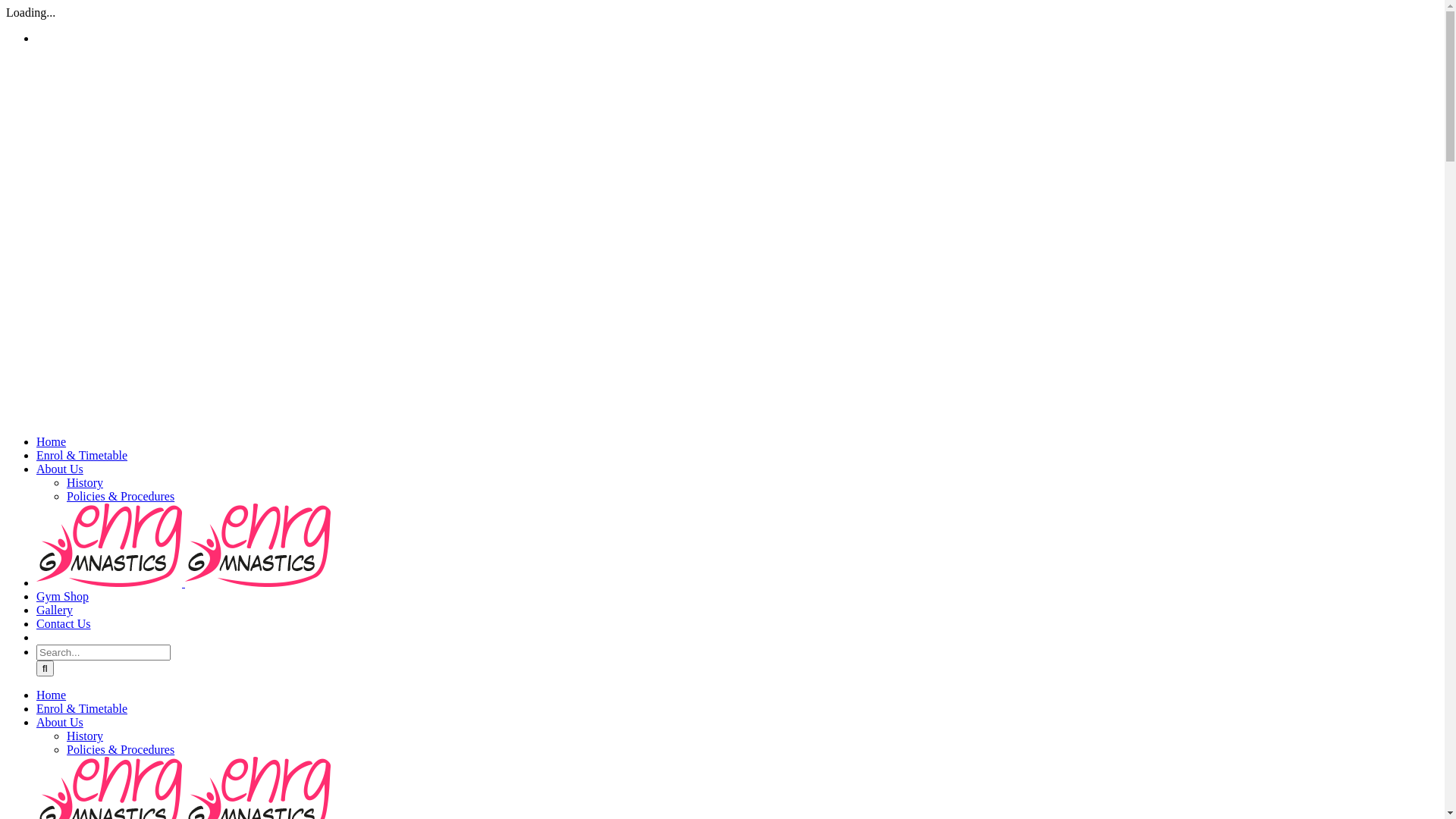 This screenshot has width=1456, height=819. Describe the element at coordinates (55, 609) in the screenshot. I see `'Gallery'` at that location.